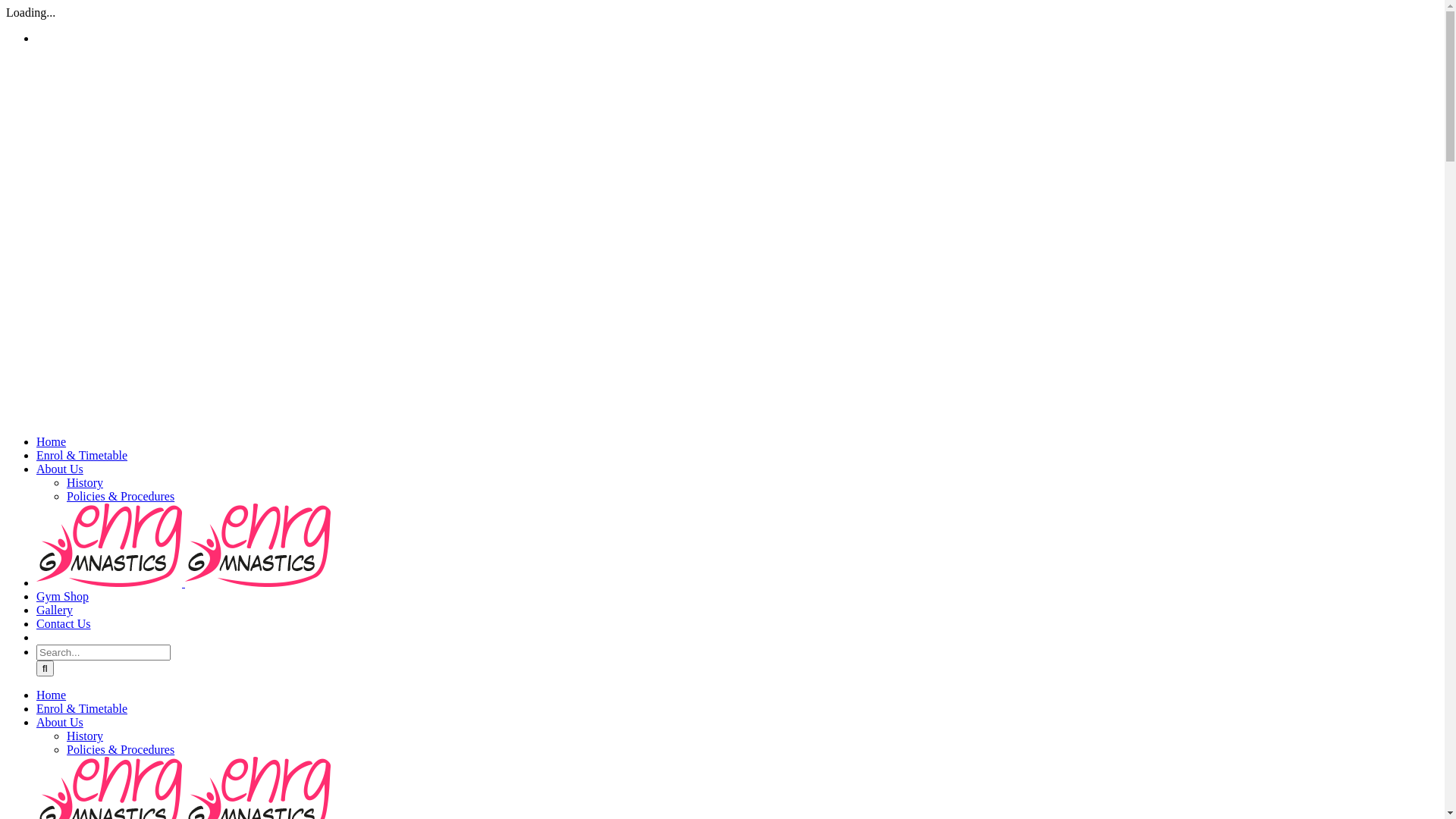 This screenshot has width=1456, height=819. Describe the element at coordinates (55, 609) in the screenshot. I see `'Gallery'` at that location.